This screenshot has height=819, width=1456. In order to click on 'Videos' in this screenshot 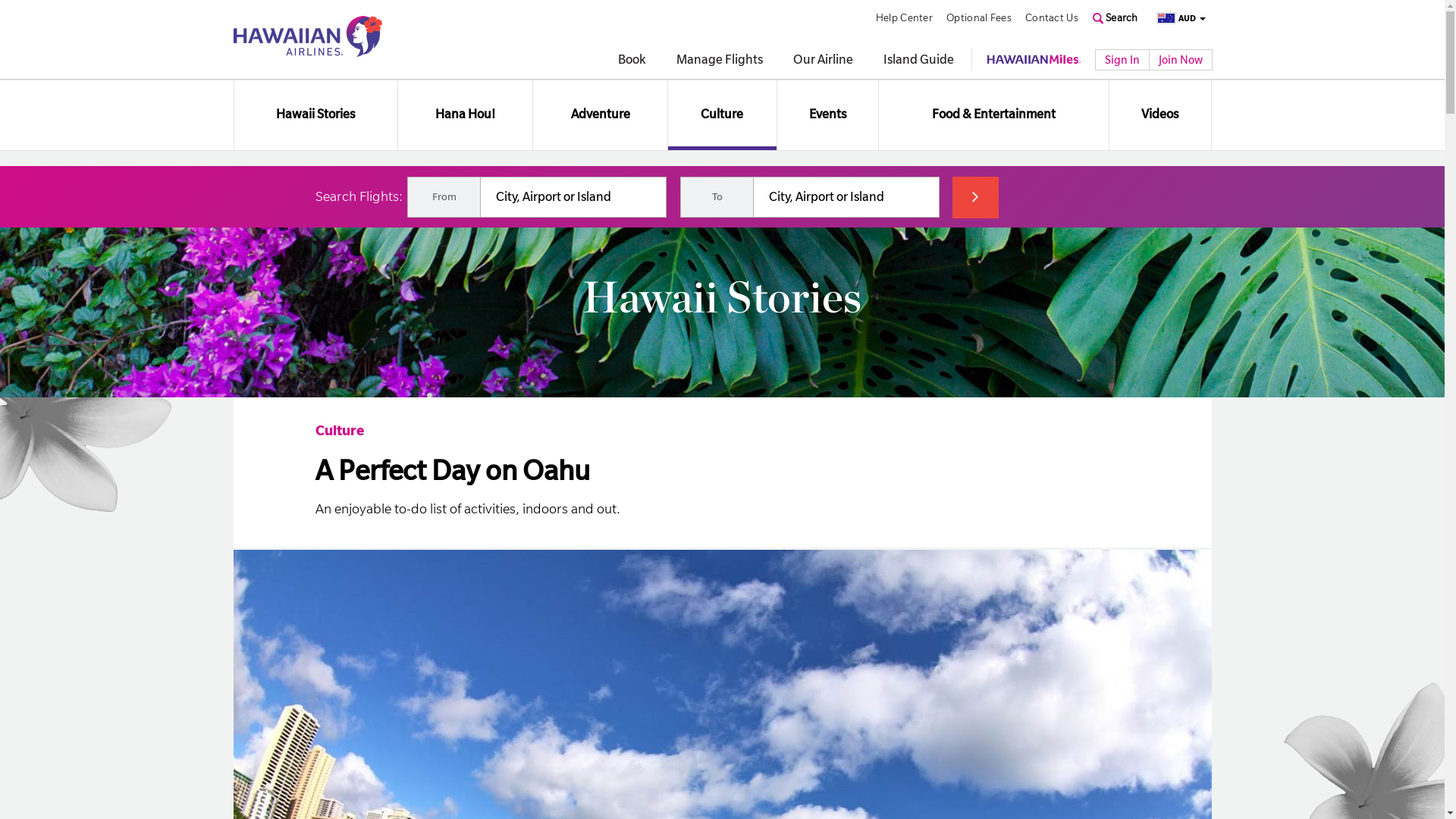, I will do `click(1159, 114)`.